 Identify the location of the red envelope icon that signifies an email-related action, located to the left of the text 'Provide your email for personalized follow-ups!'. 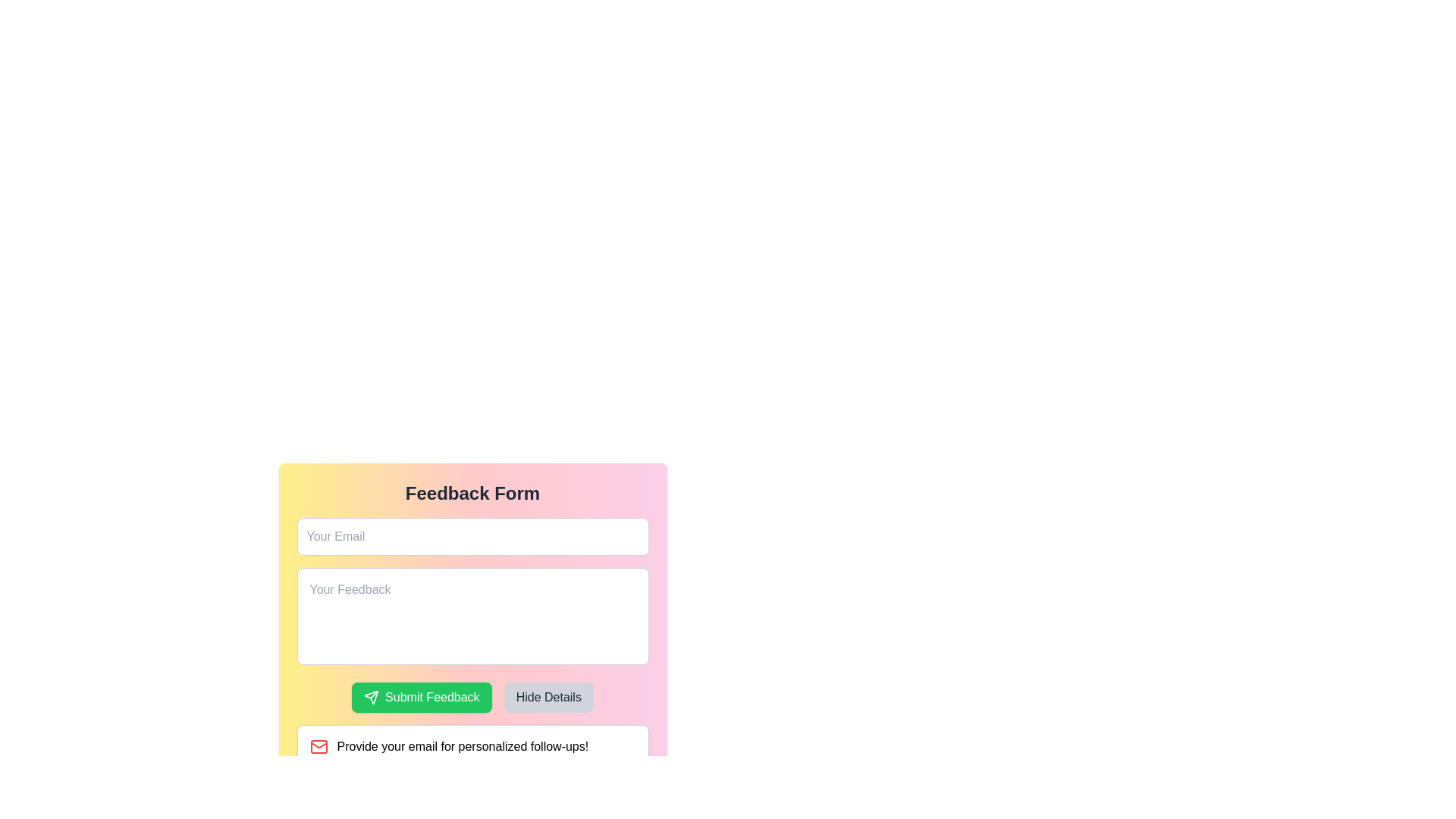
(318, 745).